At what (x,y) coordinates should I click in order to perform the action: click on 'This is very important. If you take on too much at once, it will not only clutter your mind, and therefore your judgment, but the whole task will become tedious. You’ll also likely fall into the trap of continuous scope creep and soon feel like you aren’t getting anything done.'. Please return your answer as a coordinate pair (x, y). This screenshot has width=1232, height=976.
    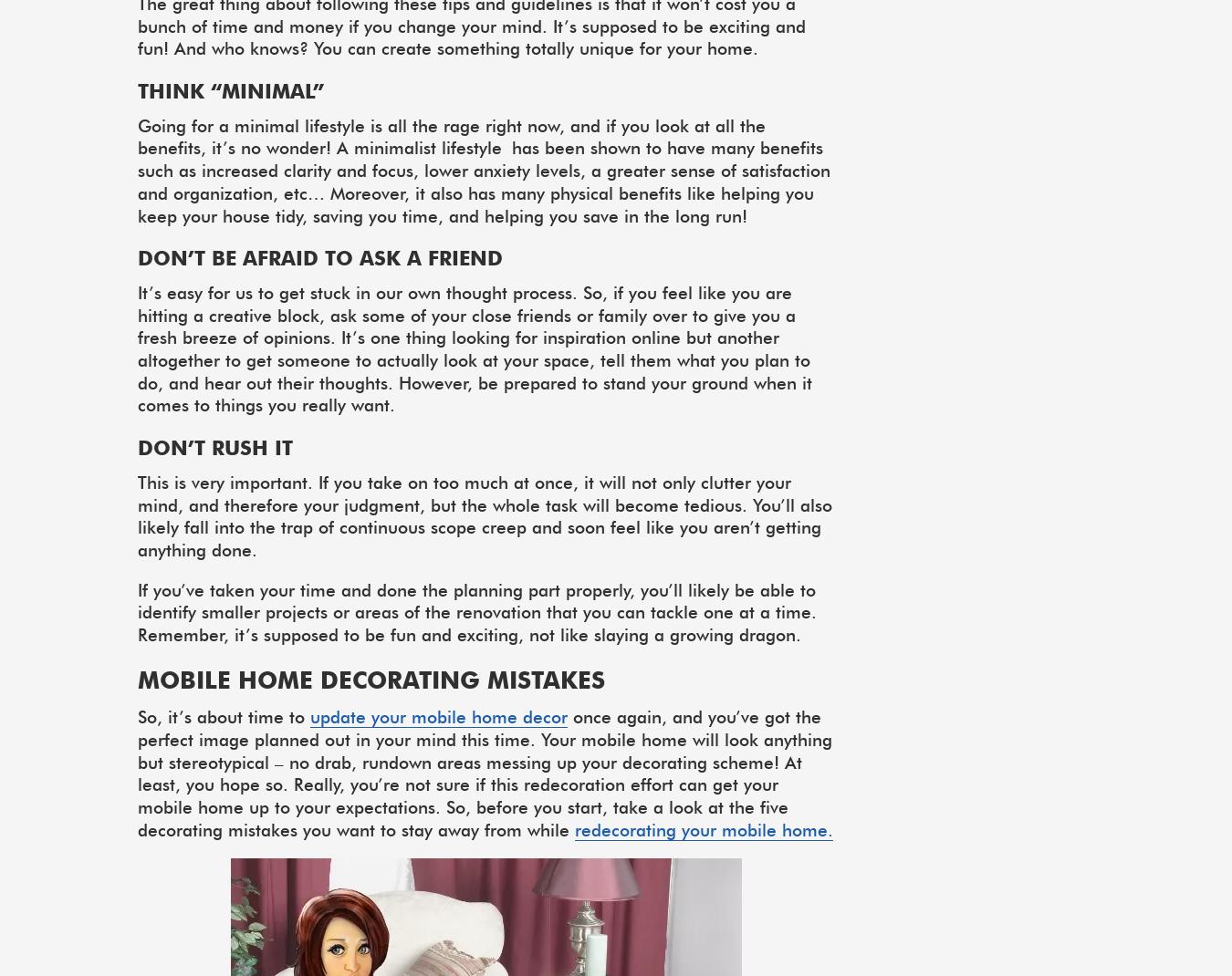
    Looking at the image, I should click on (484, 514).